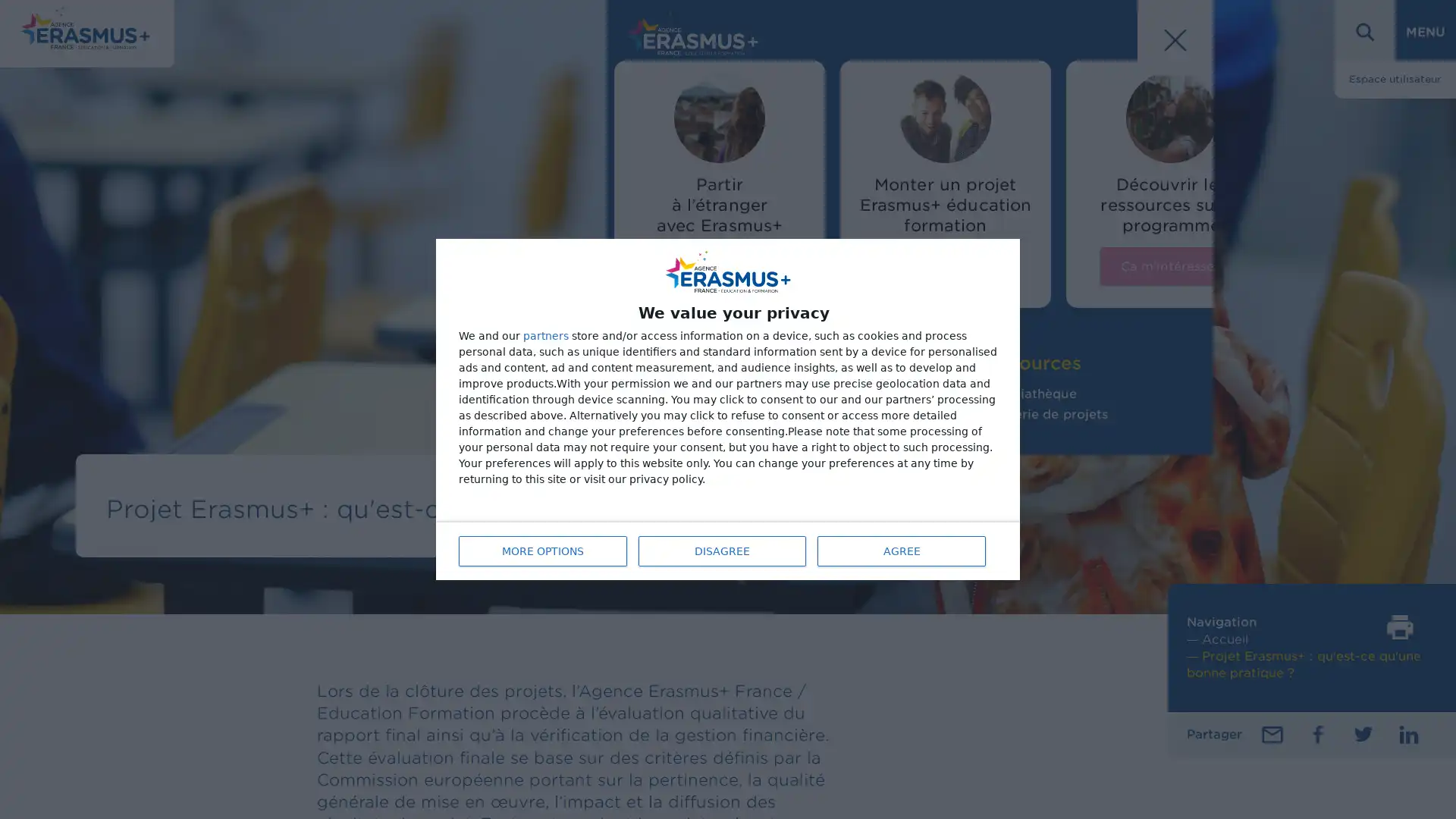  I want to click on MORE OPTIONS, so click(542, 550).